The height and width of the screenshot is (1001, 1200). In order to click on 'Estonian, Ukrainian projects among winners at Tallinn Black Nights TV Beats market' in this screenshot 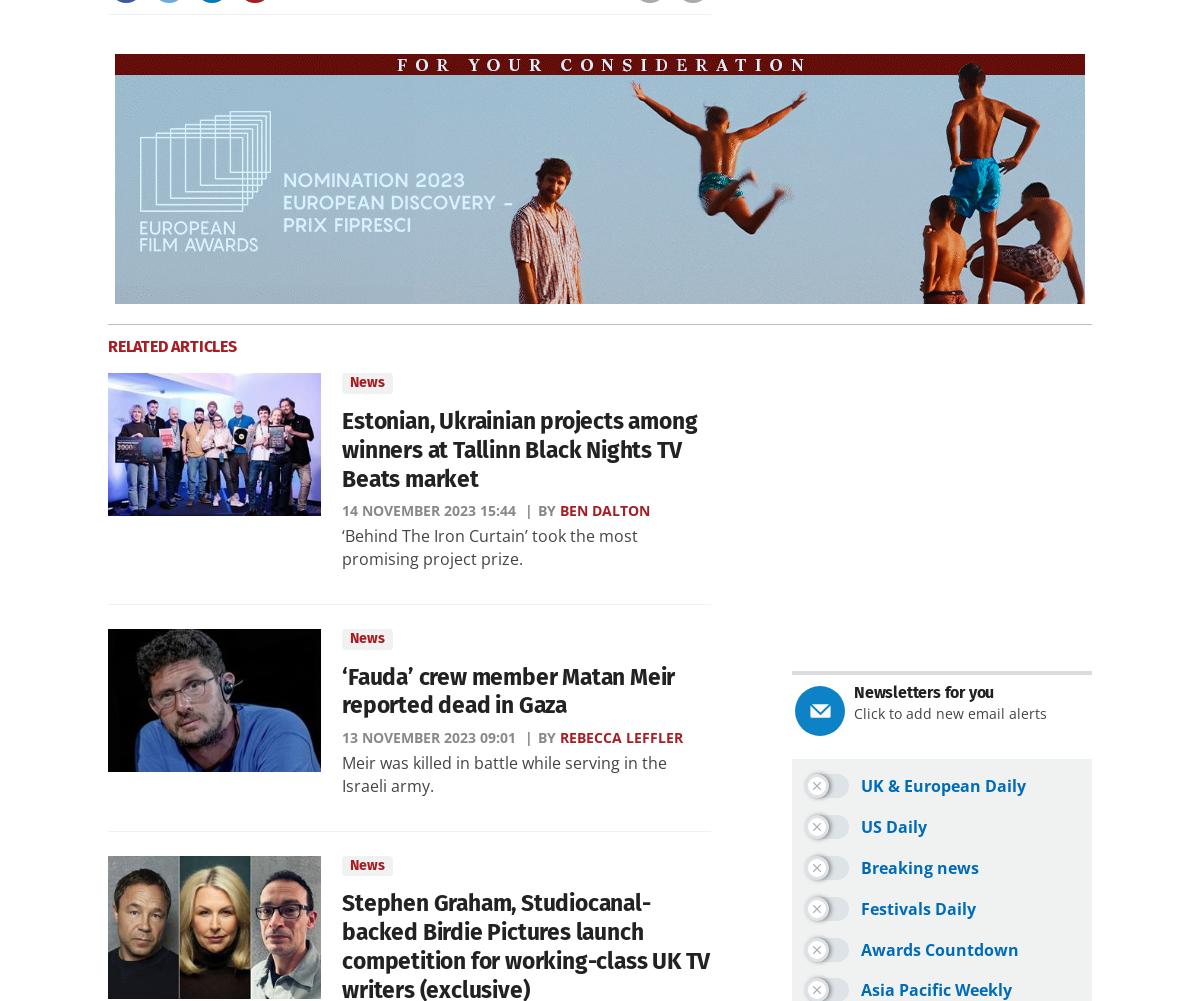, I will do `click(518, 449)`.